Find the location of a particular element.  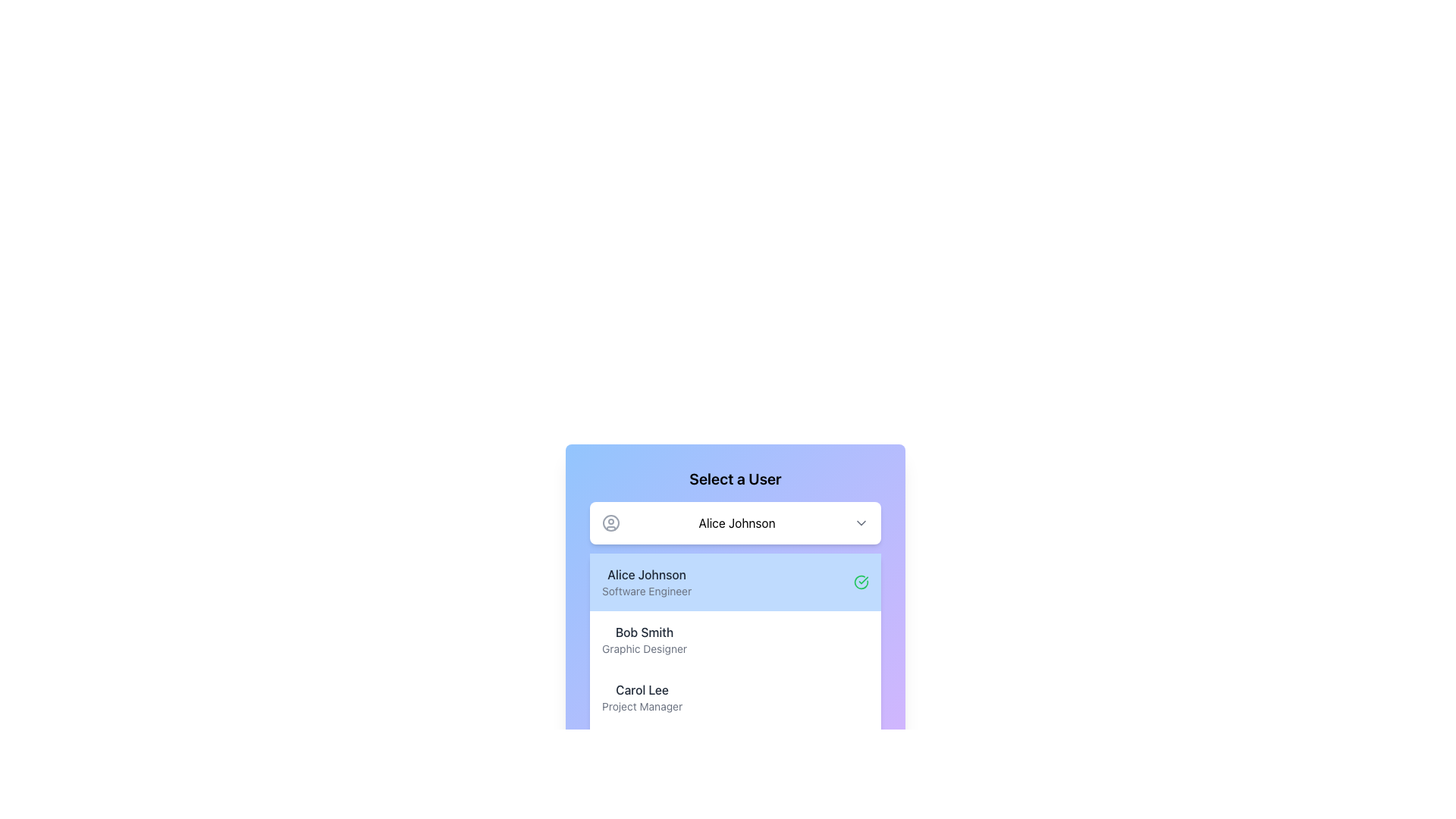

the avatar or profile icon associated with the user 'Alice Johnson' is located at coordinates (611, 522).